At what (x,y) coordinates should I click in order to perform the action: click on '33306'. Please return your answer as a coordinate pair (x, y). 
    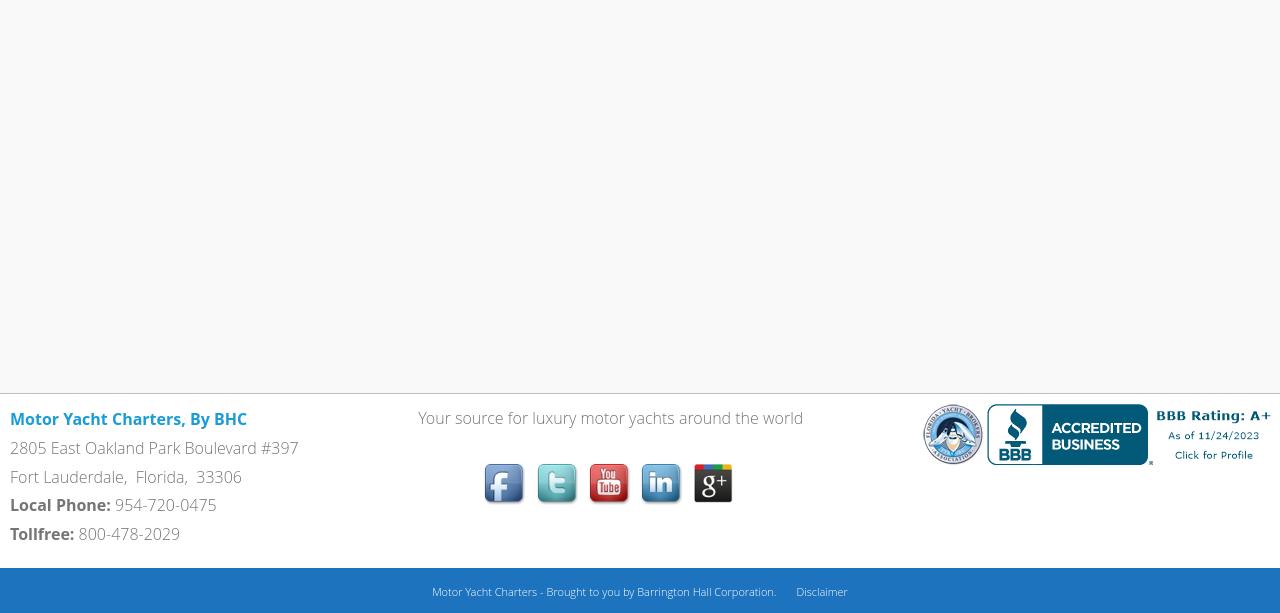
    Looking at the image, I should click on (218, 475).